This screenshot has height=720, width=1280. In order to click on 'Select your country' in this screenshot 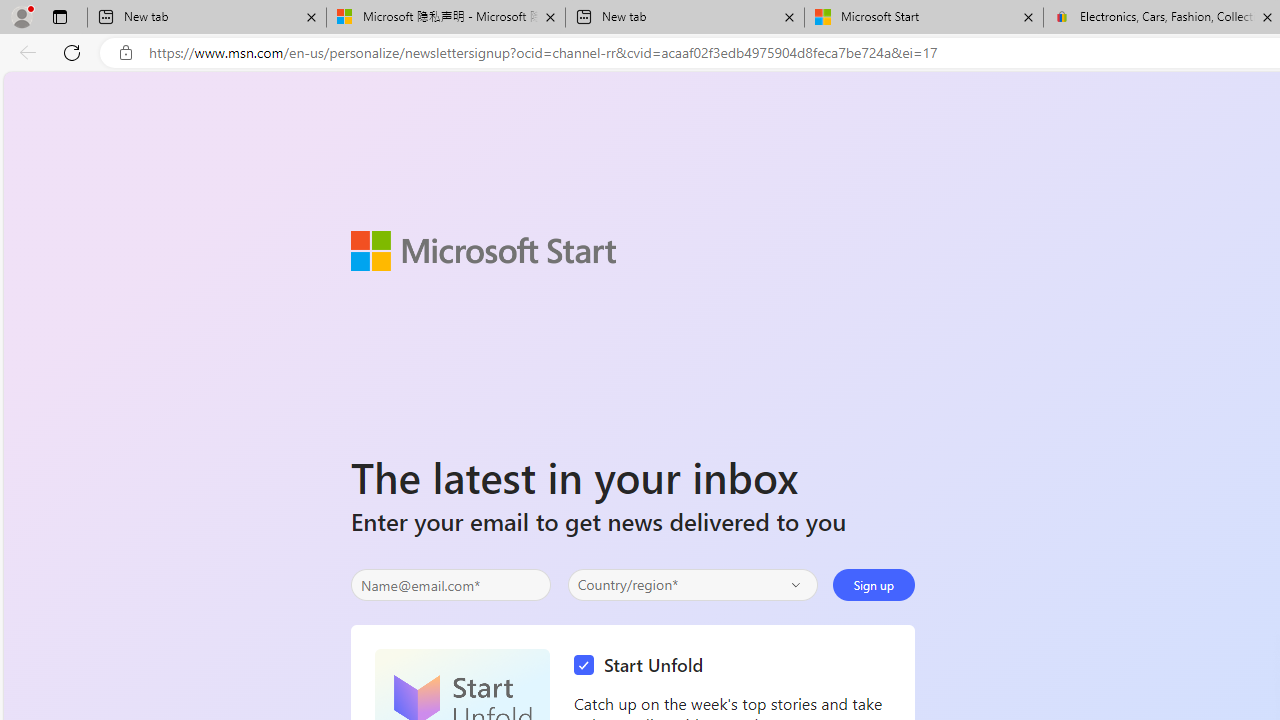, I will do `click(692, 585)`.